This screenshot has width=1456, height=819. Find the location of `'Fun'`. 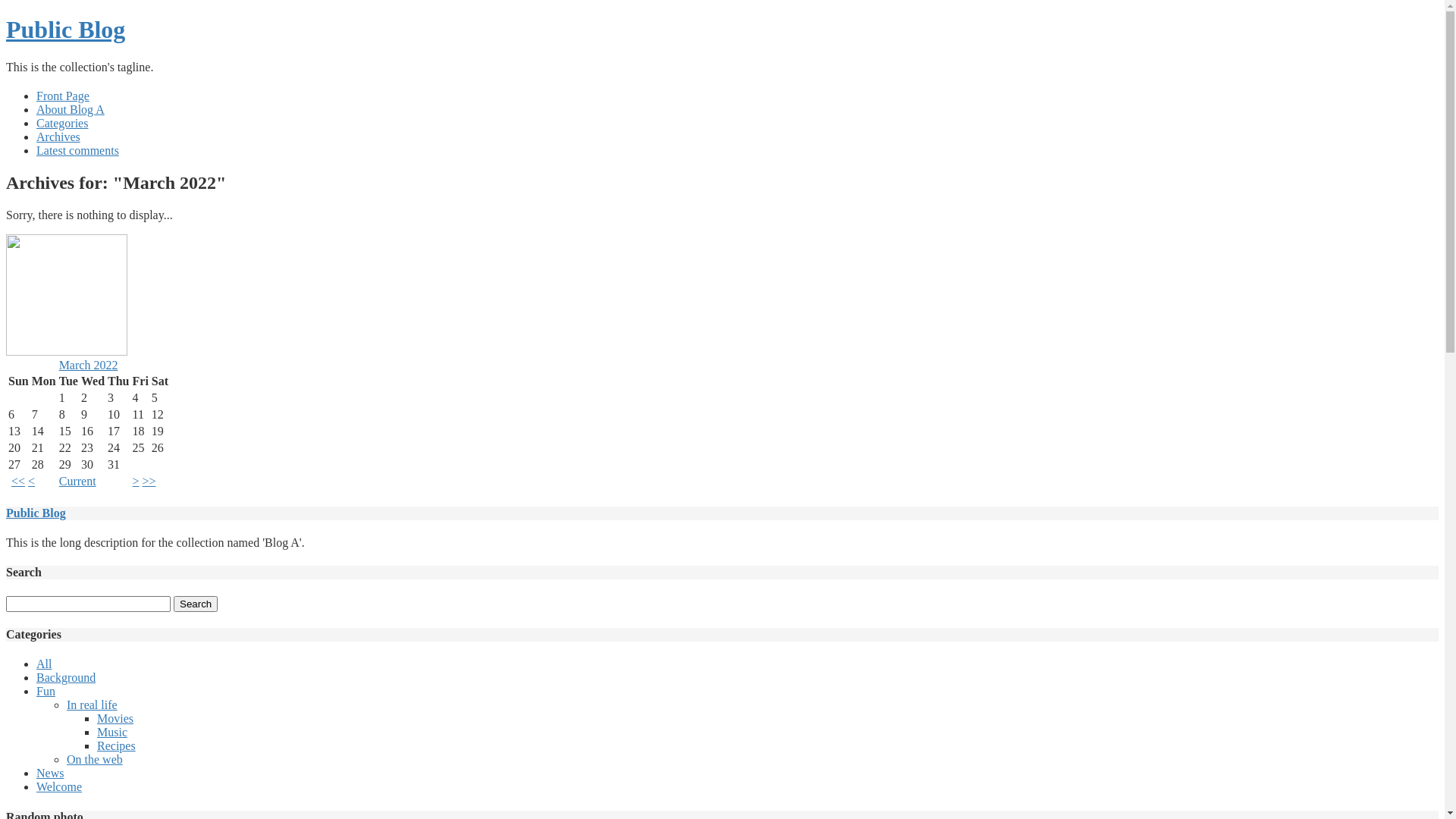

'Fun' is located at coordinates (45, 691).